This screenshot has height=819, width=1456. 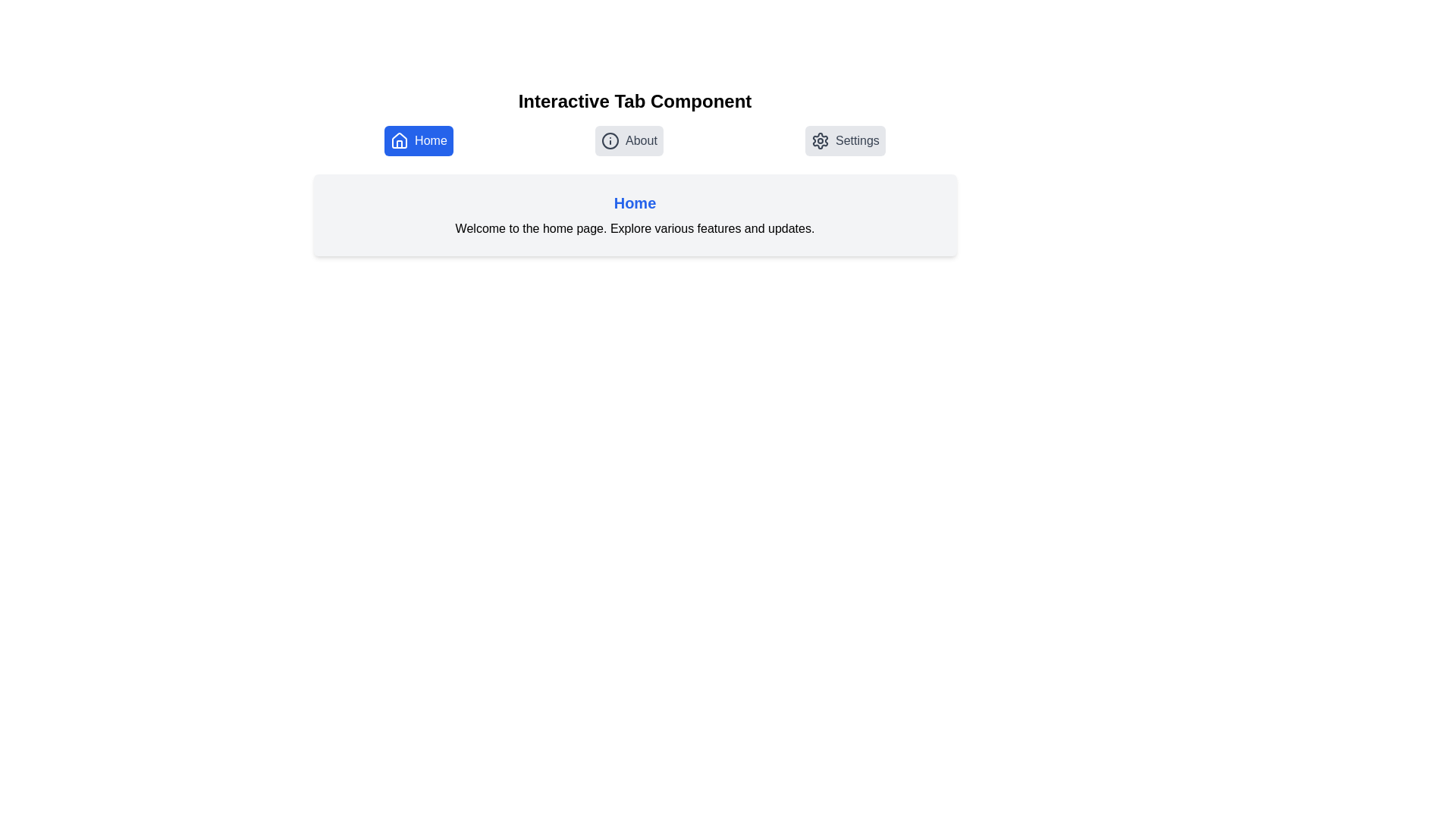 I want to click on the tab icon labeled Settings to explore its content, so click(x=844, y=140).